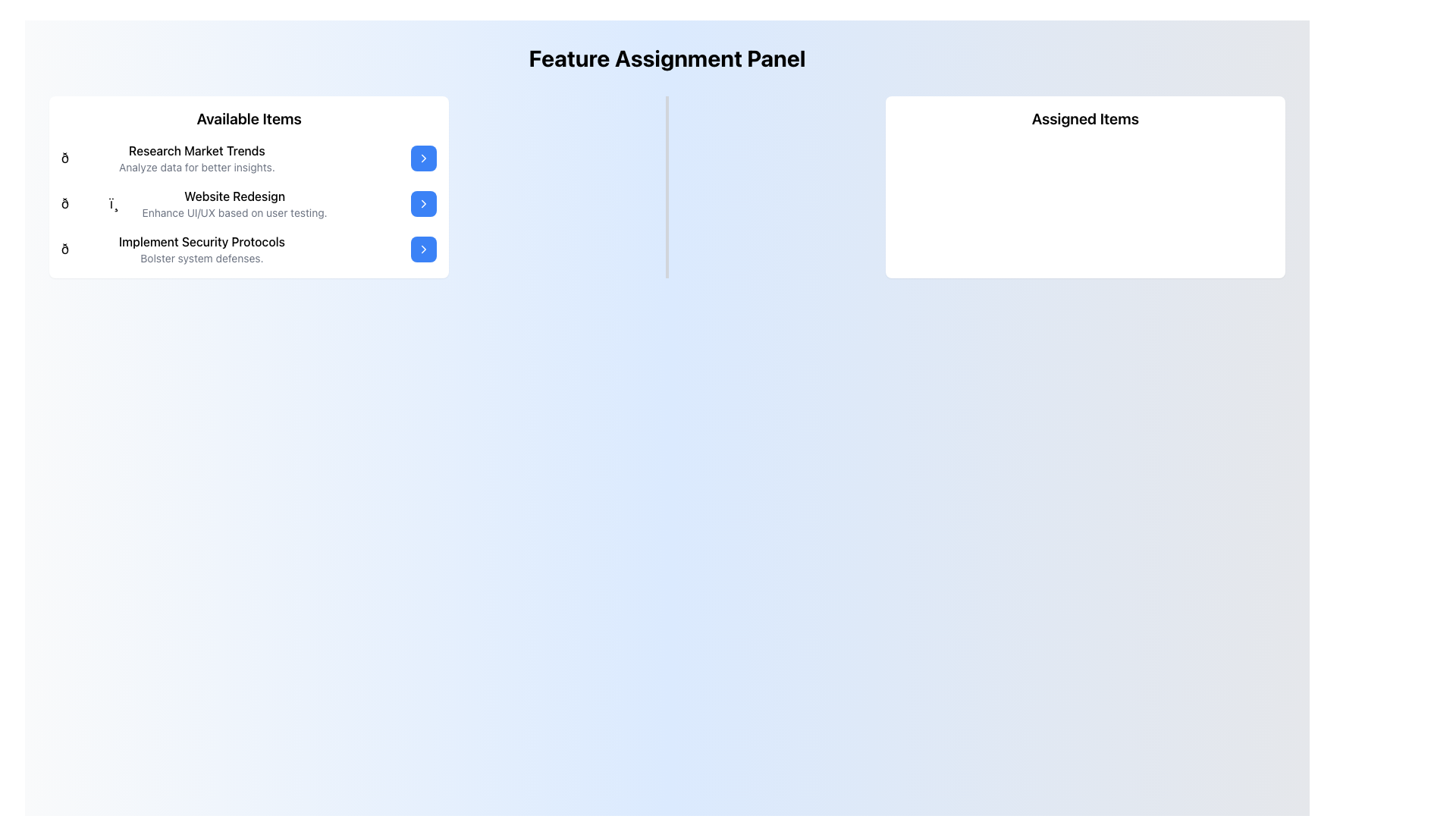 Image resolution: width=1456 pixels, height=819 pixels. What do you see at coordinates (424, 203) in the screenshot?
I see `the blue rectangular button with a white right arrow icon located in the 'Available Items' section, specifically in the row for 'Website Redesign'` at bounding box center [424, 203].